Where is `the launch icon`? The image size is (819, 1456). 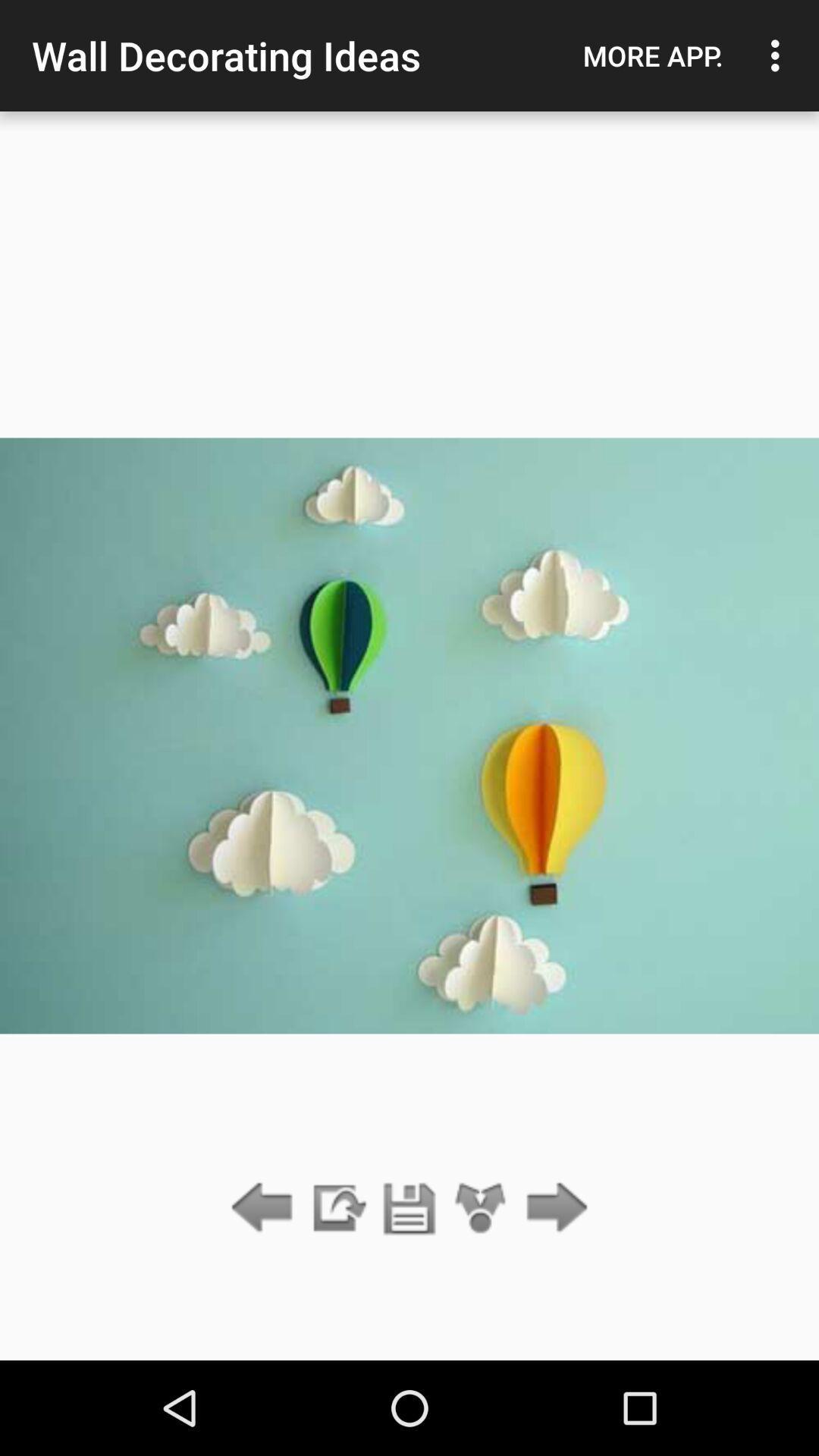
the launch icon is located at coordinates (337, 1208).